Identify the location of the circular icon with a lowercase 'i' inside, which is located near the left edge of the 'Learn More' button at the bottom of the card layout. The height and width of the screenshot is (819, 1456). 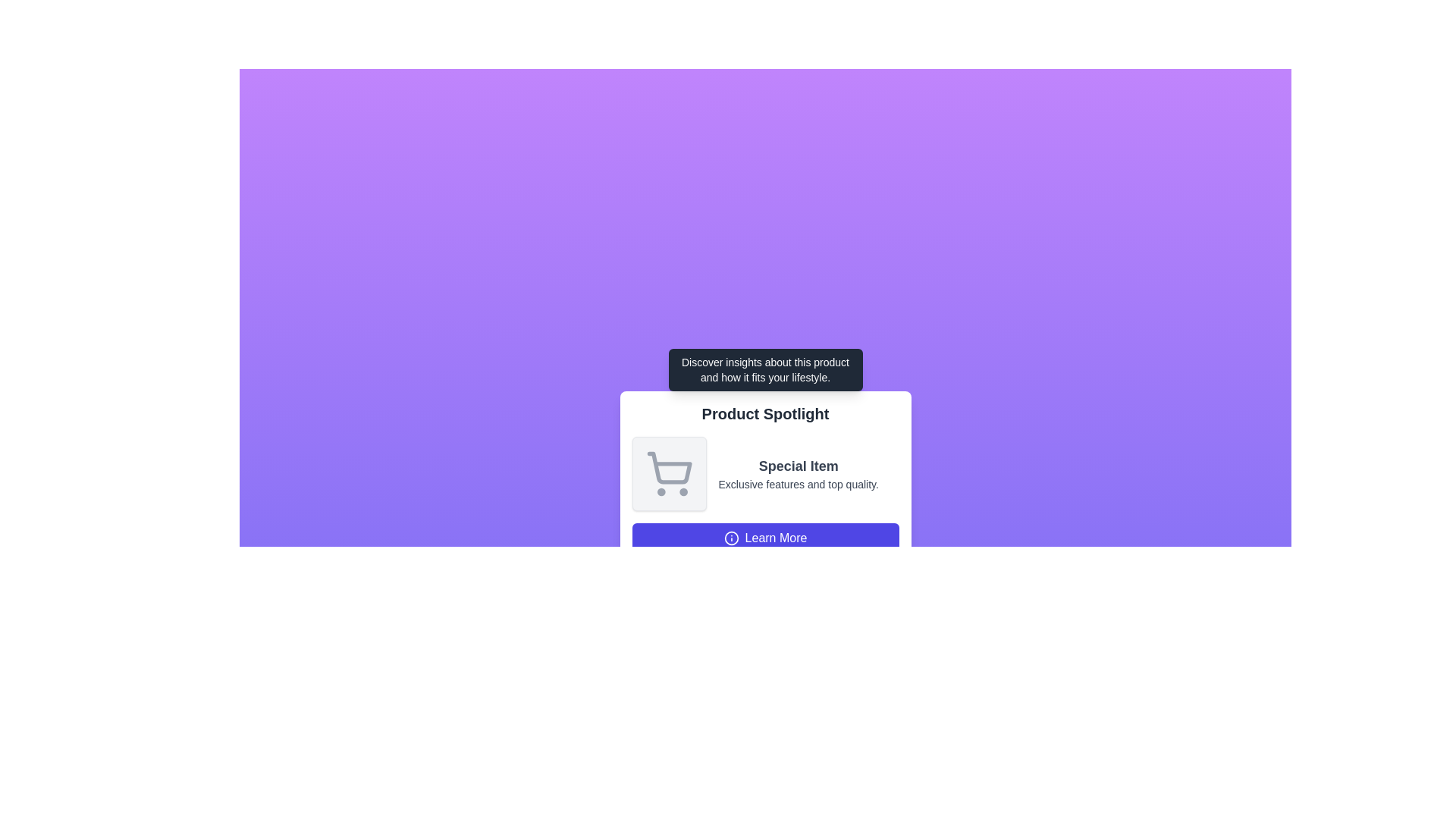
(731, 537).